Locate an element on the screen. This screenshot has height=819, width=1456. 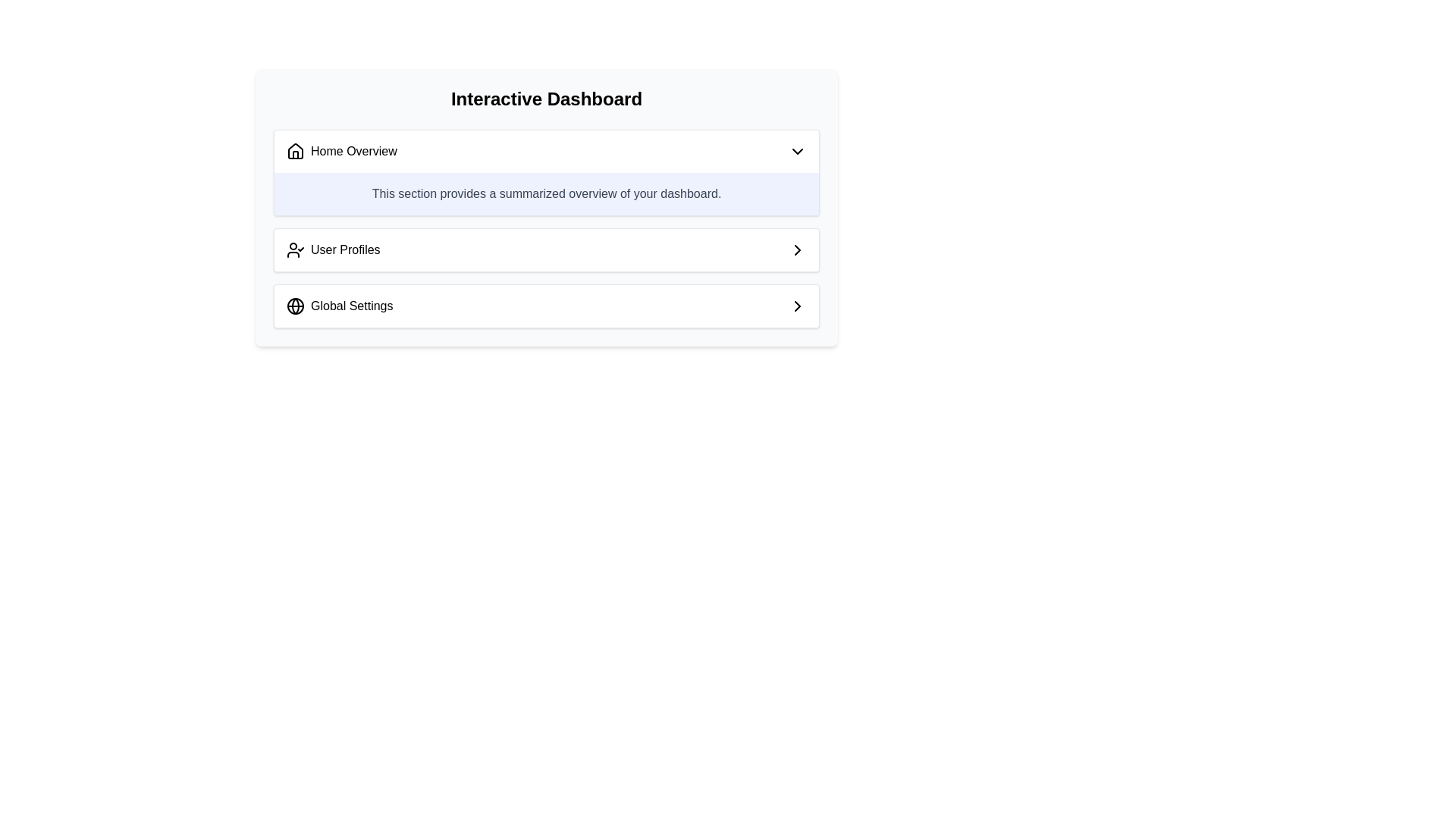
the third button in the 'Interactive Dashboard' section is located at coordinates (546, 306).